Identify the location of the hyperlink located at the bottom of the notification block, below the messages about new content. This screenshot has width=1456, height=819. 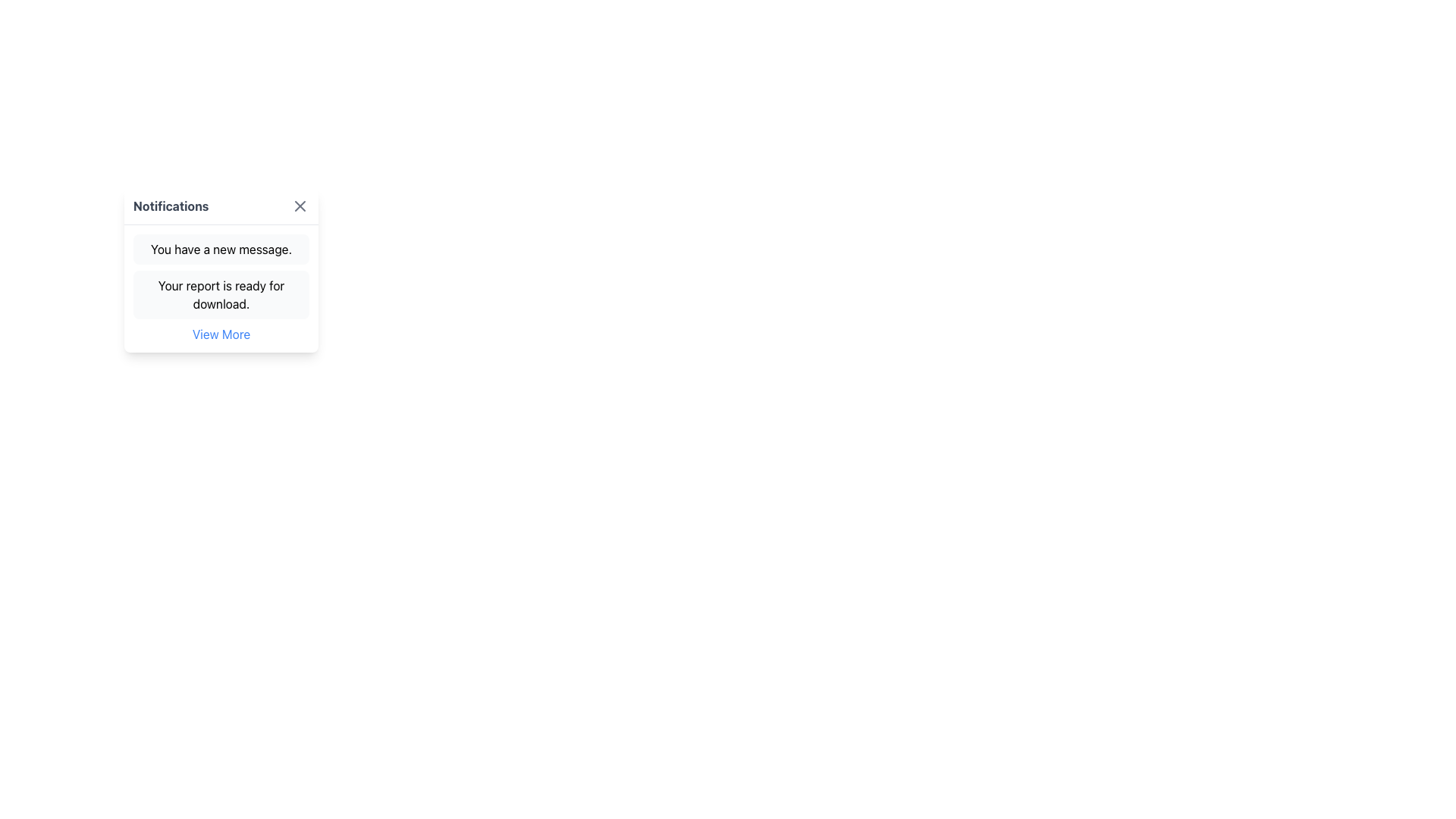
(221, 333).